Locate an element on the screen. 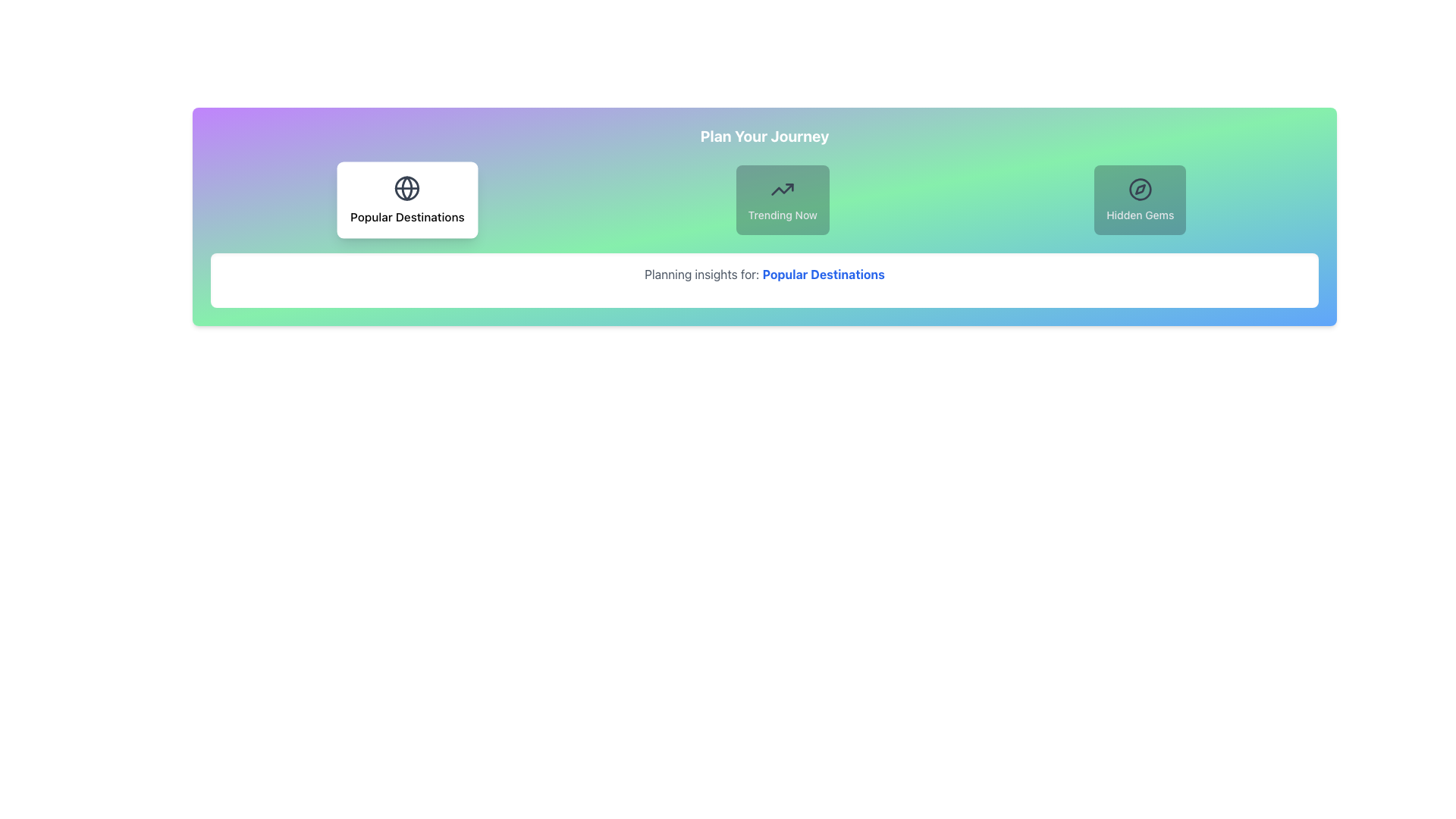  the centered text element displaying 'Planning insights for: Popular Destinations', which is located beneath the 'Plan Your Journey' title and has a bolder blue font for 'Popular Destinations' is located at coordinates (764, 275).